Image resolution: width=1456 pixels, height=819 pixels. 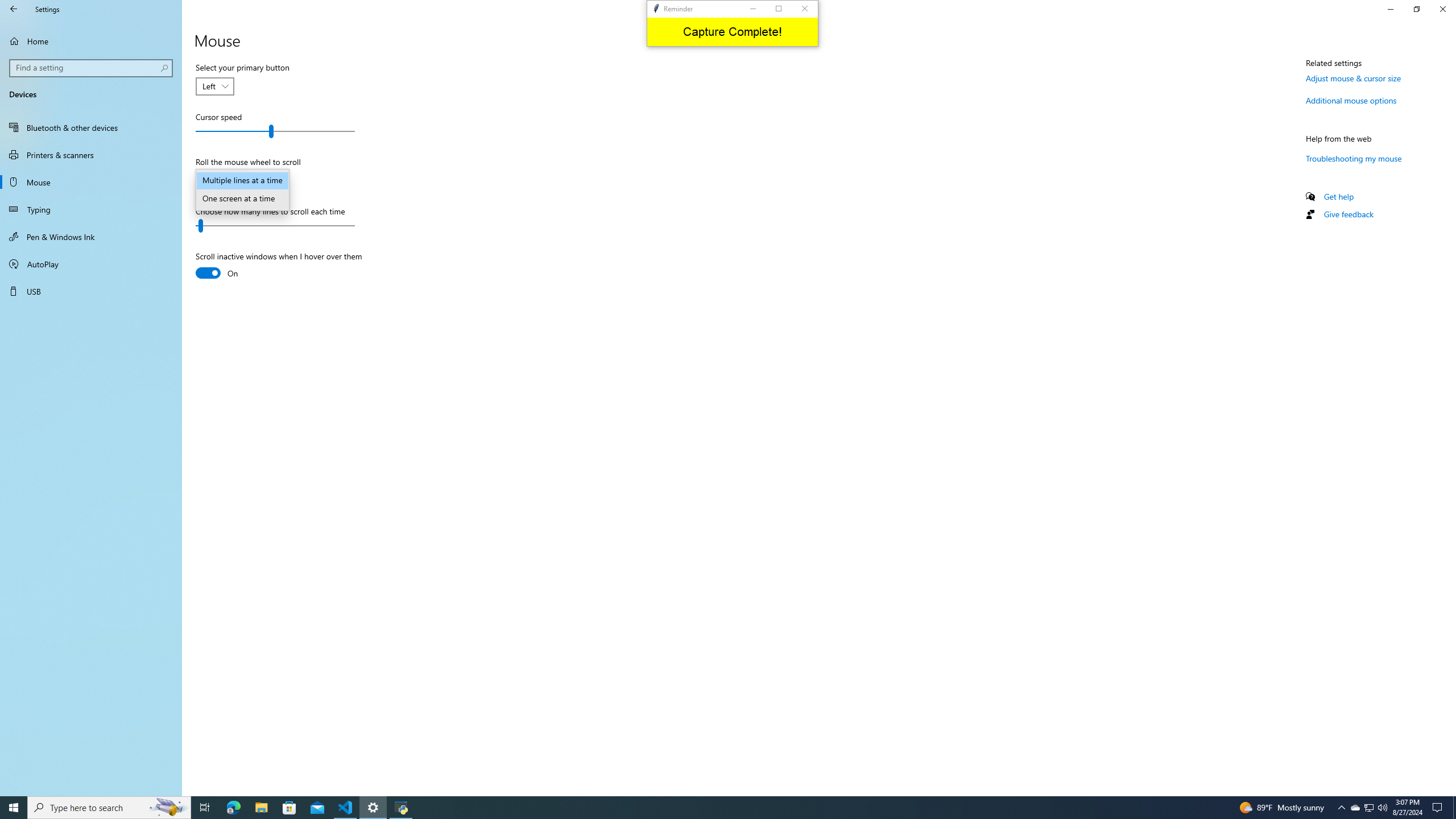 What do you see at coordinates (274, 131) in the screenshot?
I see `'Cursor speed'` at bounding box center [274, 131].